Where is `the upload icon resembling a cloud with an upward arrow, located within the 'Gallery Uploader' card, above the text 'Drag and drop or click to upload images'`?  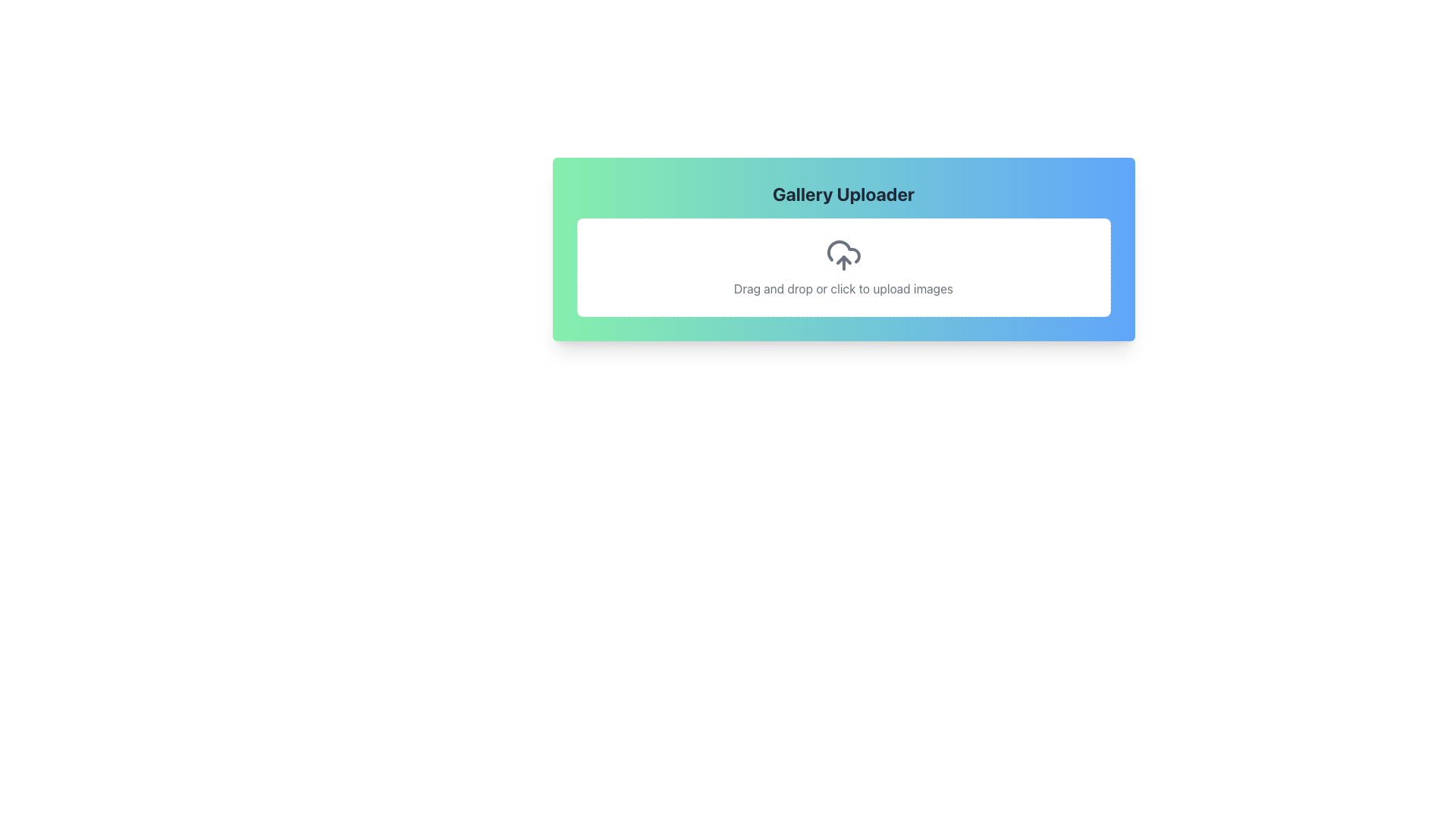 the upload icon resembling a cloud with an upward arrow, located within the 'Gallery Uploader' card, above the text 'Drag and drop or click to upload images' is located at coordinates (843, 254).